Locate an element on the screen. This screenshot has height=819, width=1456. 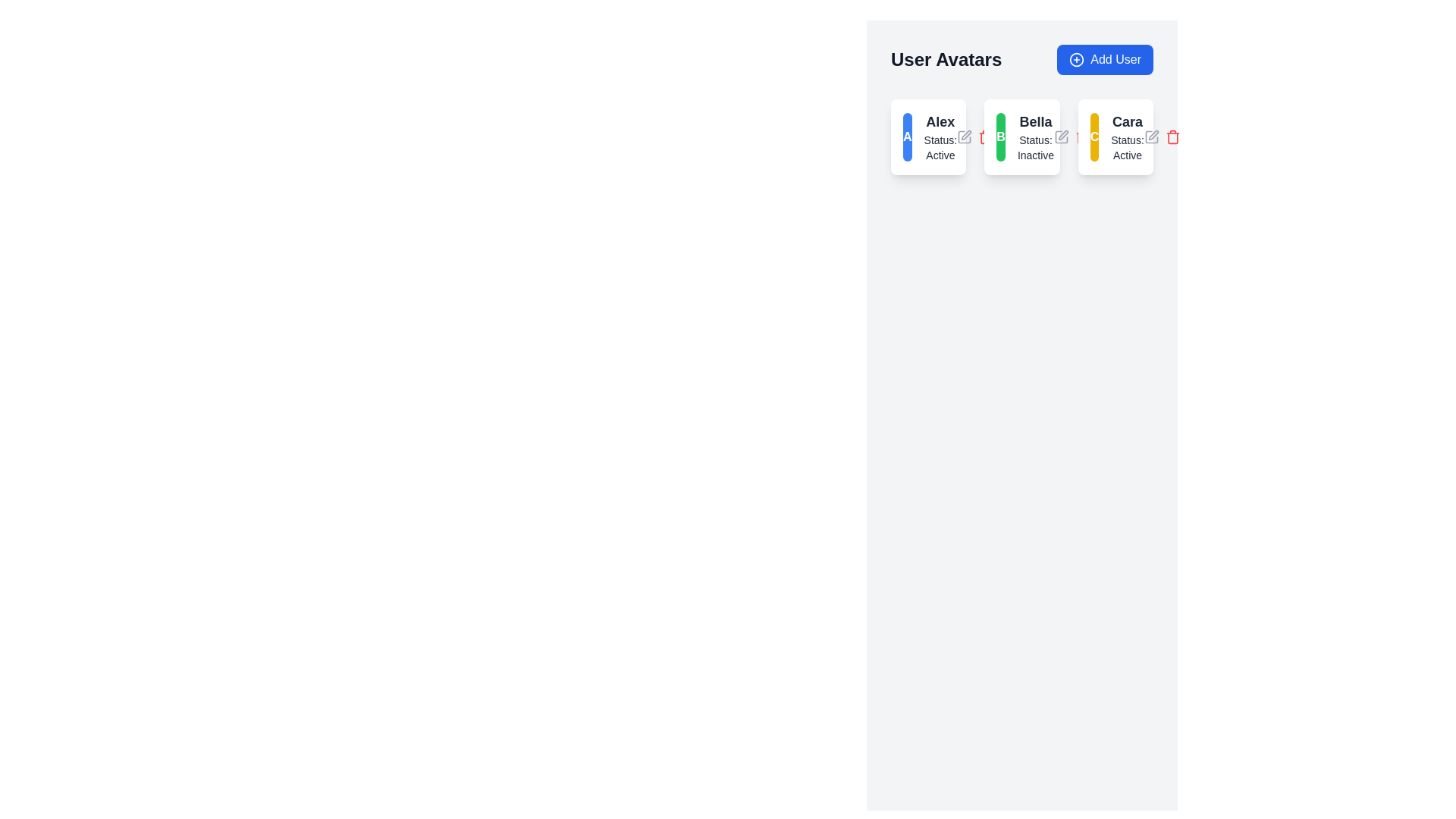
the left-most part of the edit icon represented by a pencil shape located in the user avatars section next to the user card labeled 'Cara' is located at coordinates (1151, 137).